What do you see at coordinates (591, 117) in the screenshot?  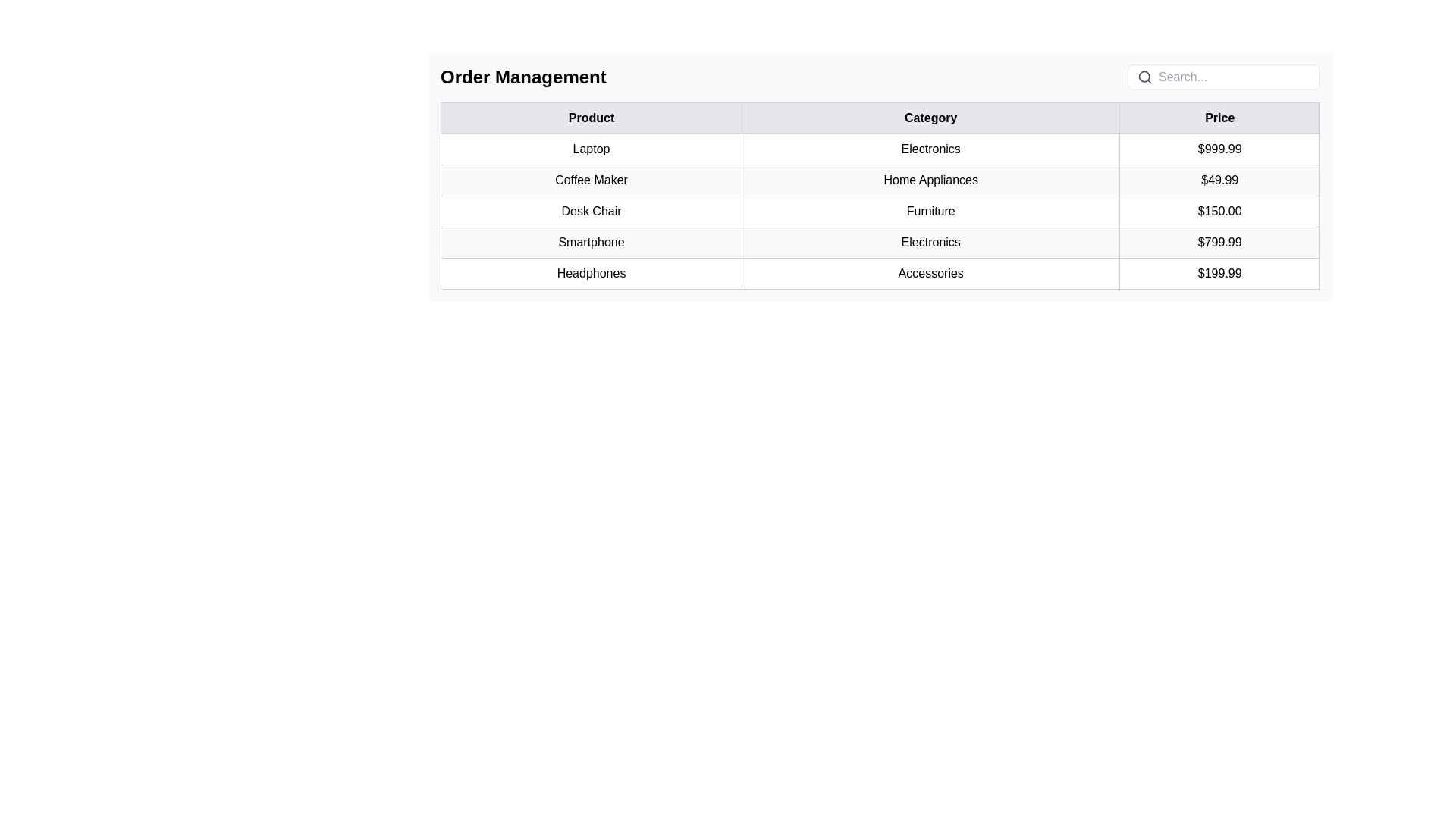 I see `the Table Header Cell displaying 'Product', which is the first column in the table header row with a light gray background and bold text` at bounding box center [591, 117].